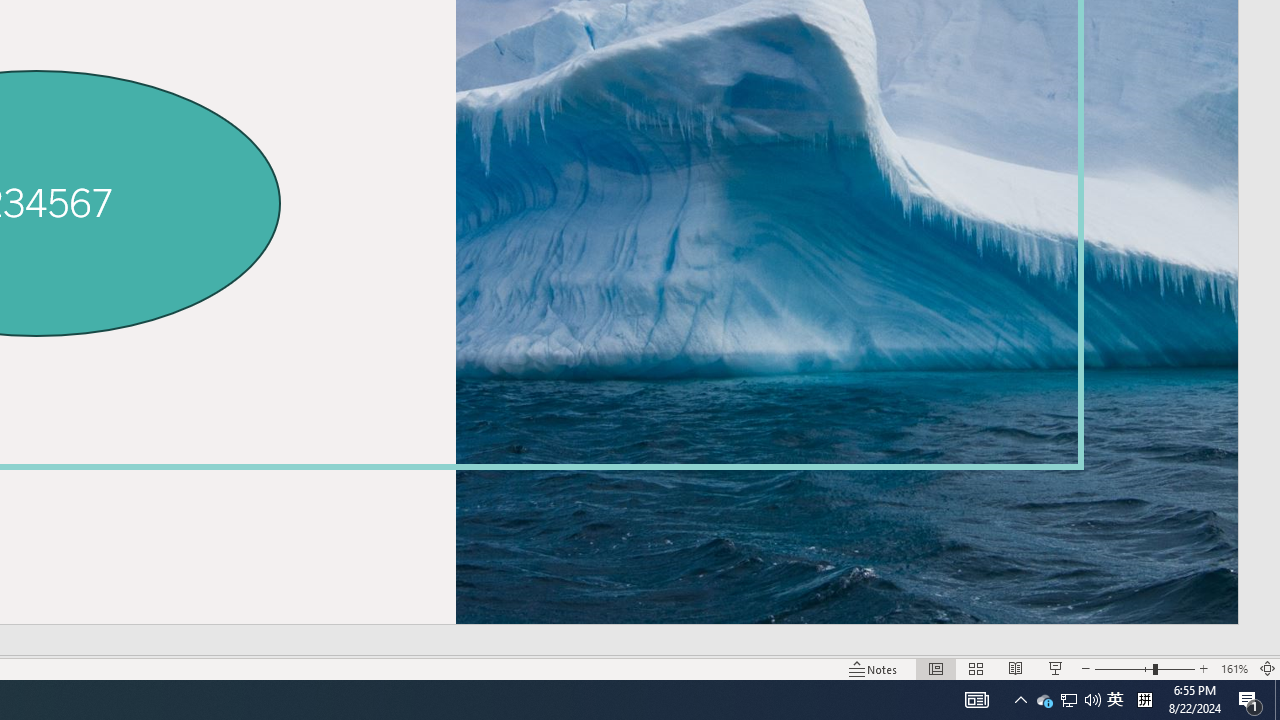 This screenshot has width=1280, height=720. Describe the element at coordinates (1092, 698) in the screenshot. I see `'Q2790: 100%'` at that location.